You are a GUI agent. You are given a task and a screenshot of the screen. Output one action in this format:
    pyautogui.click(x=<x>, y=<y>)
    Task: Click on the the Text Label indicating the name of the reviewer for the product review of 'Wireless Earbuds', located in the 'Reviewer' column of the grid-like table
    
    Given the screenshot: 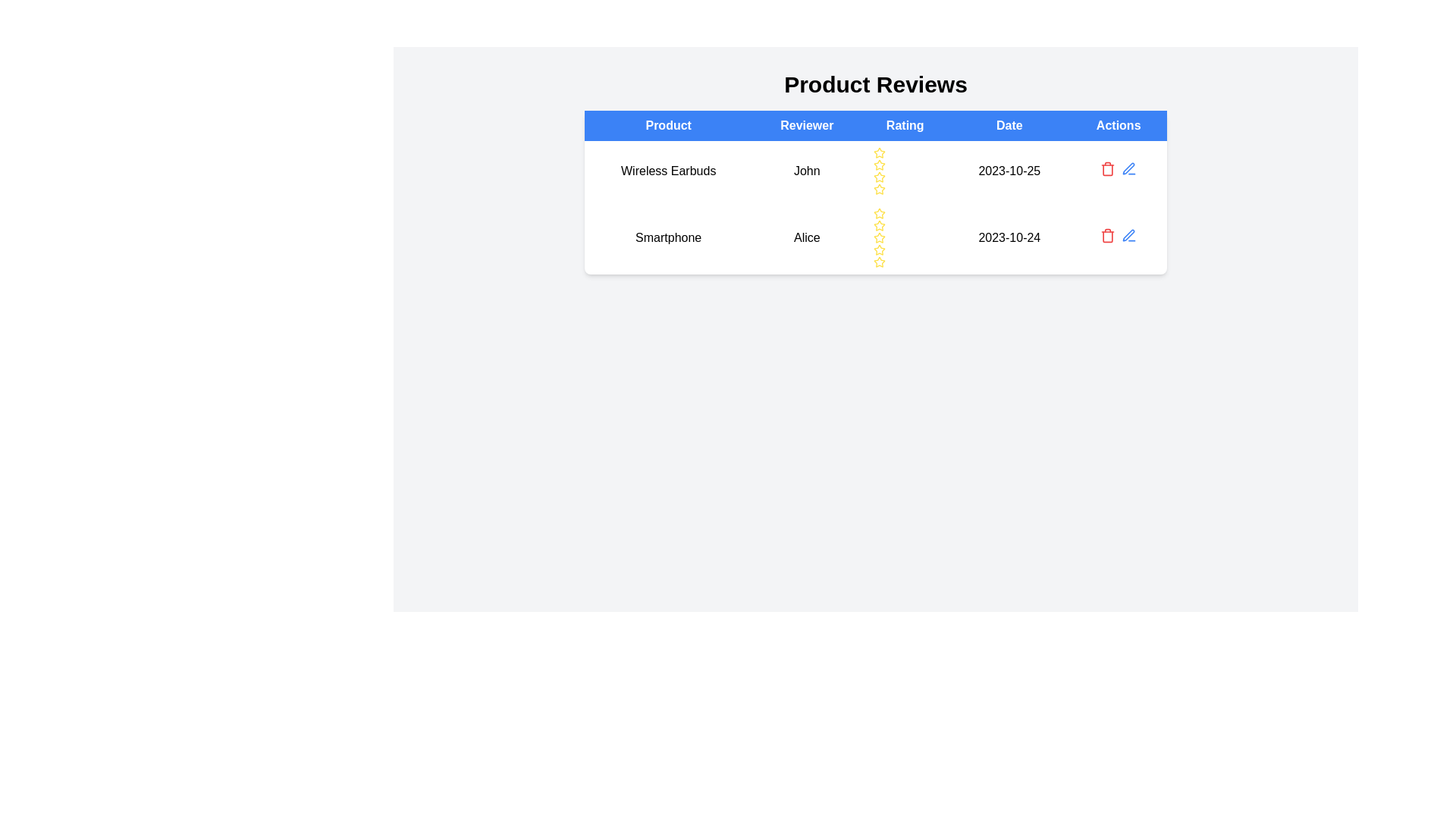 What is the action you would take?
    pyautogui.click(x=806, y=171)
    